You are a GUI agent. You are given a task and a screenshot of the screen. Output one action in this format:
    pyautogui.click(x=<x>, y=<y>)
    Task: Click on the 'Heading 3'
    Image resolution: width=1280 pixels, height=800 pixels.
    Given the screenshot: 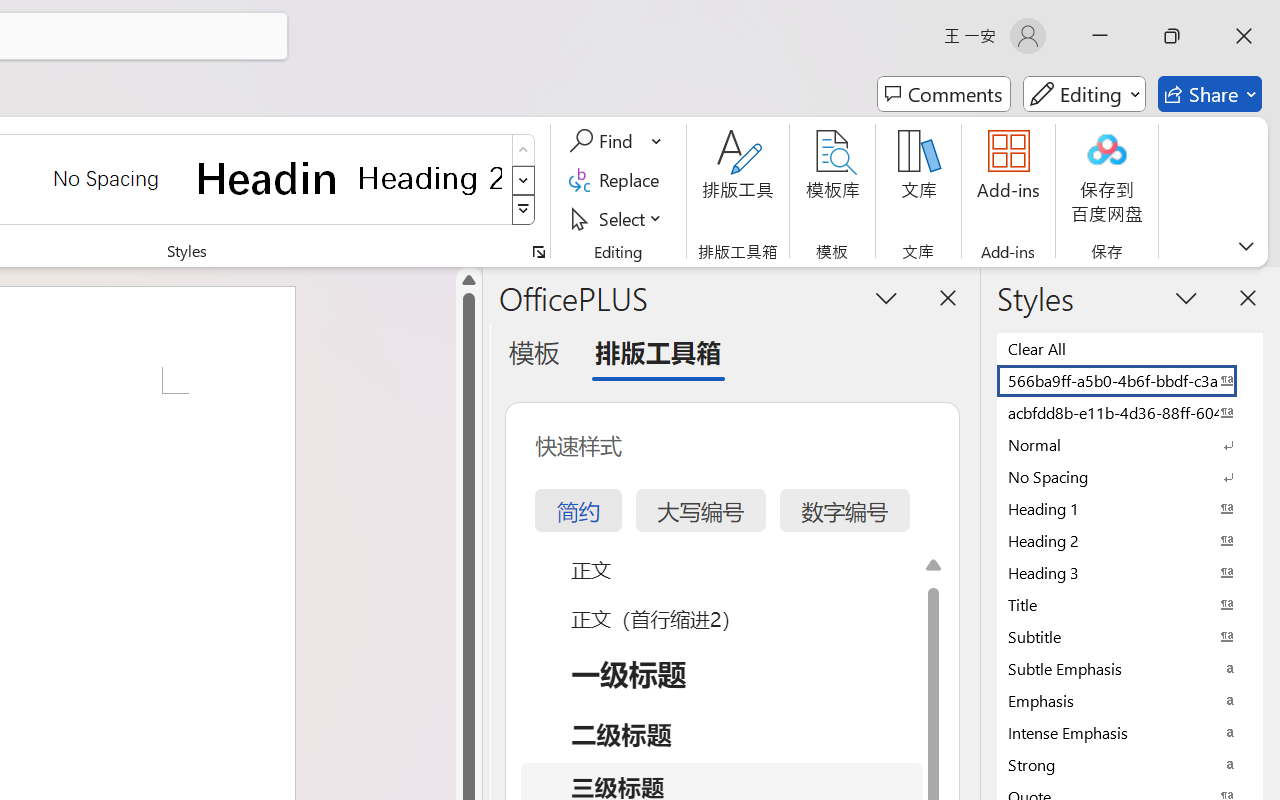 What is the action you would take?
    pyautogui.click(x=1130, y=571)
    